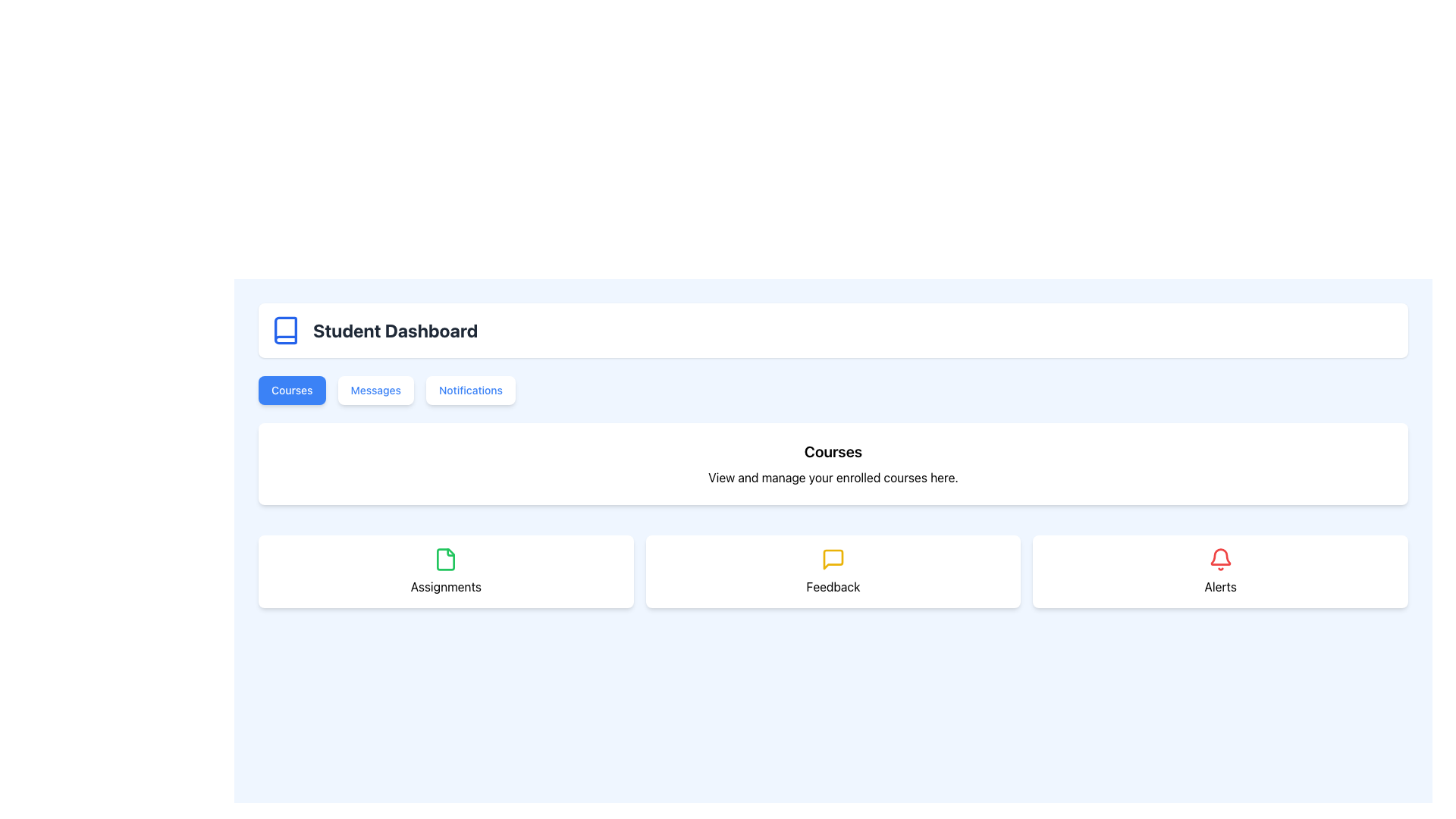 This screenshot has height=819, width=1456. What do you see at coordinates (445, 586) in the screenshot?
I see `text from the 'Assignments' label, which is a bold black font label located below a green document icon within the 'Courses' section` at bounding box center [445, 586].